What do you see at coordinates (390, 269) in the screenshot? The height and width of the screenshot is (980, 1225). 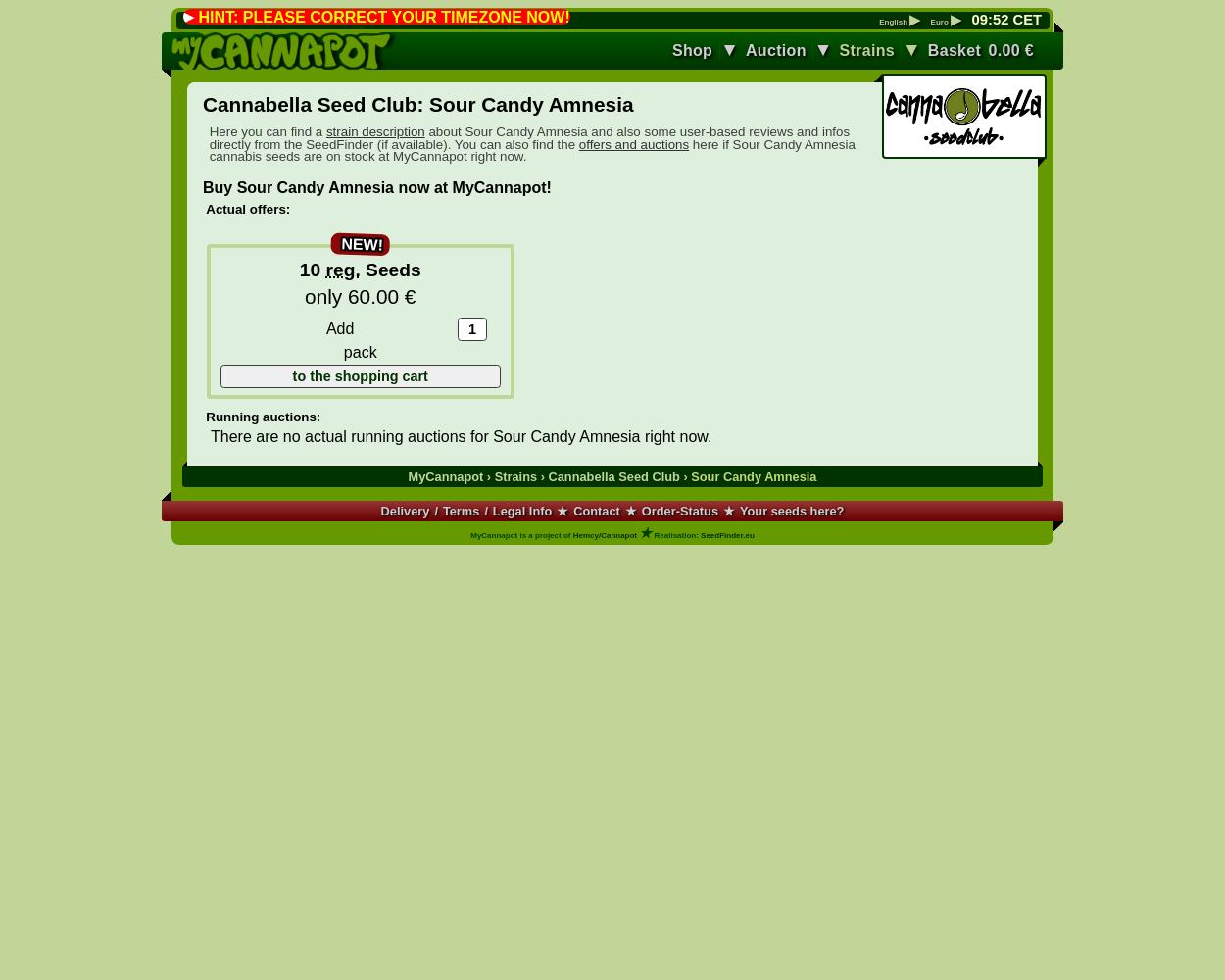 I see `'Seeds'` at bounding box center [390, 269].